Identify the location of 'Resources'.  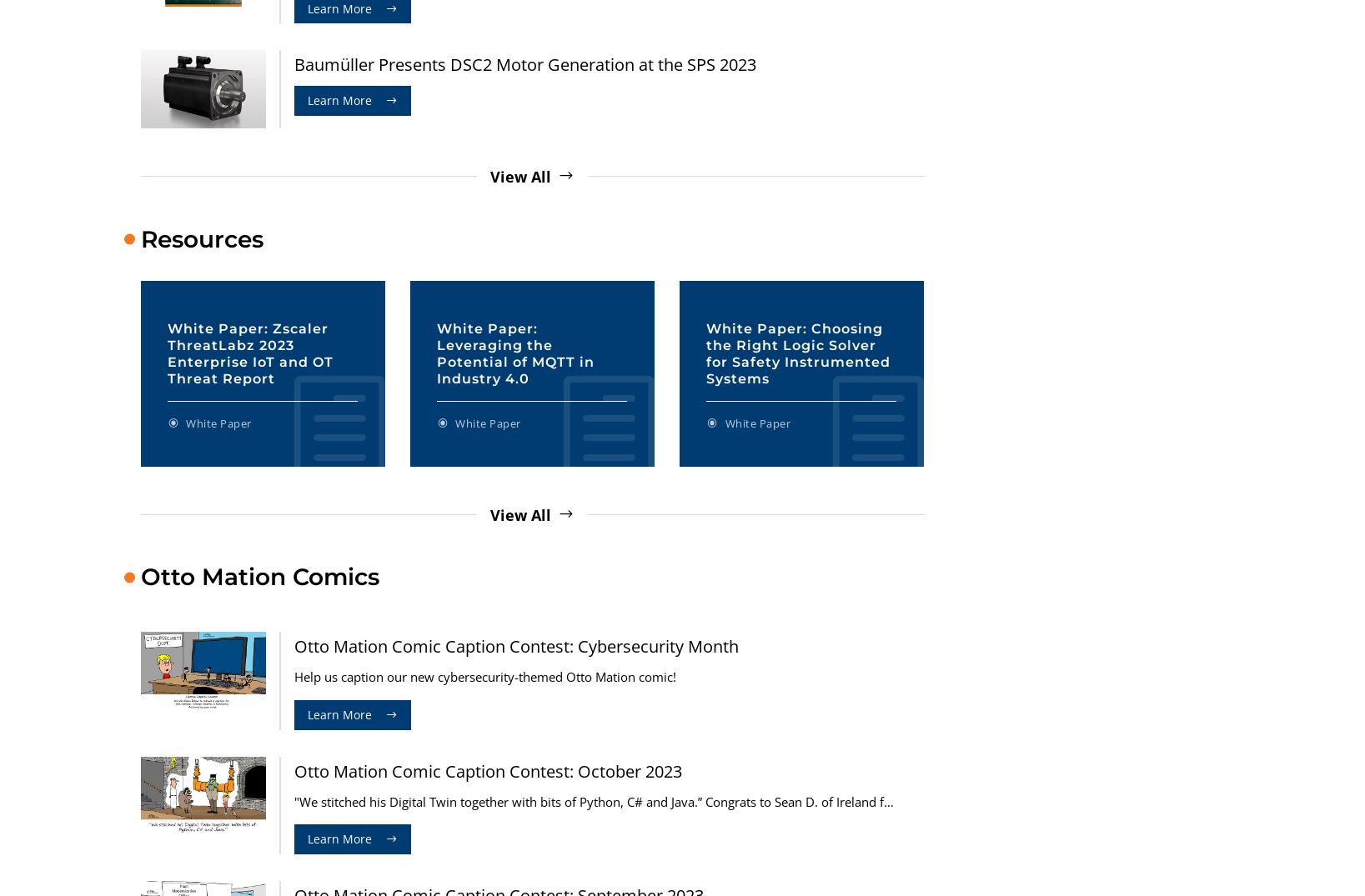
(201, 238).